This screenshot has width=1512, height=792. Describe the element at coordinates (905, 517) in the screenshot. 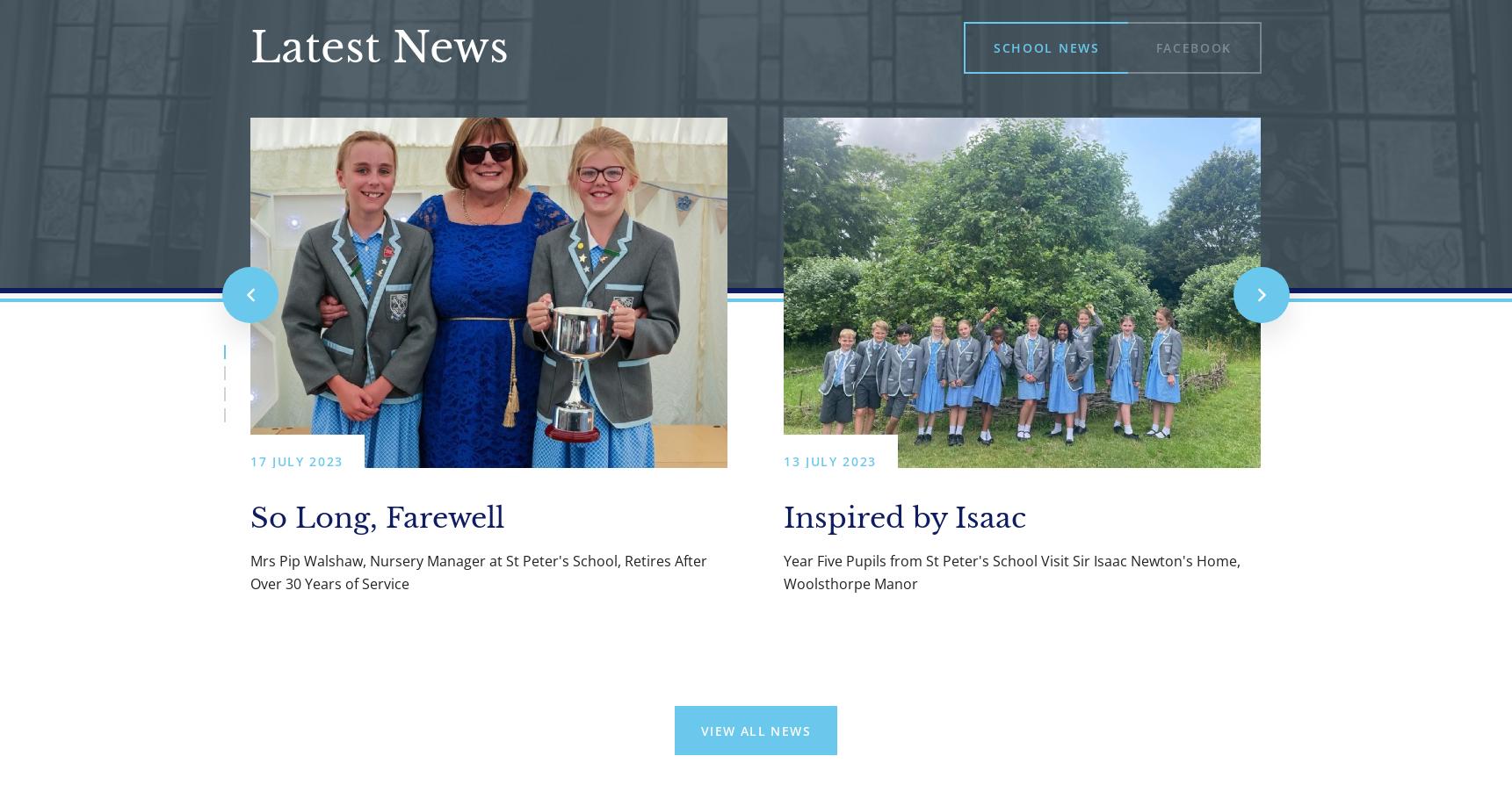

I see `'Inspired by Isaac'` at that location.